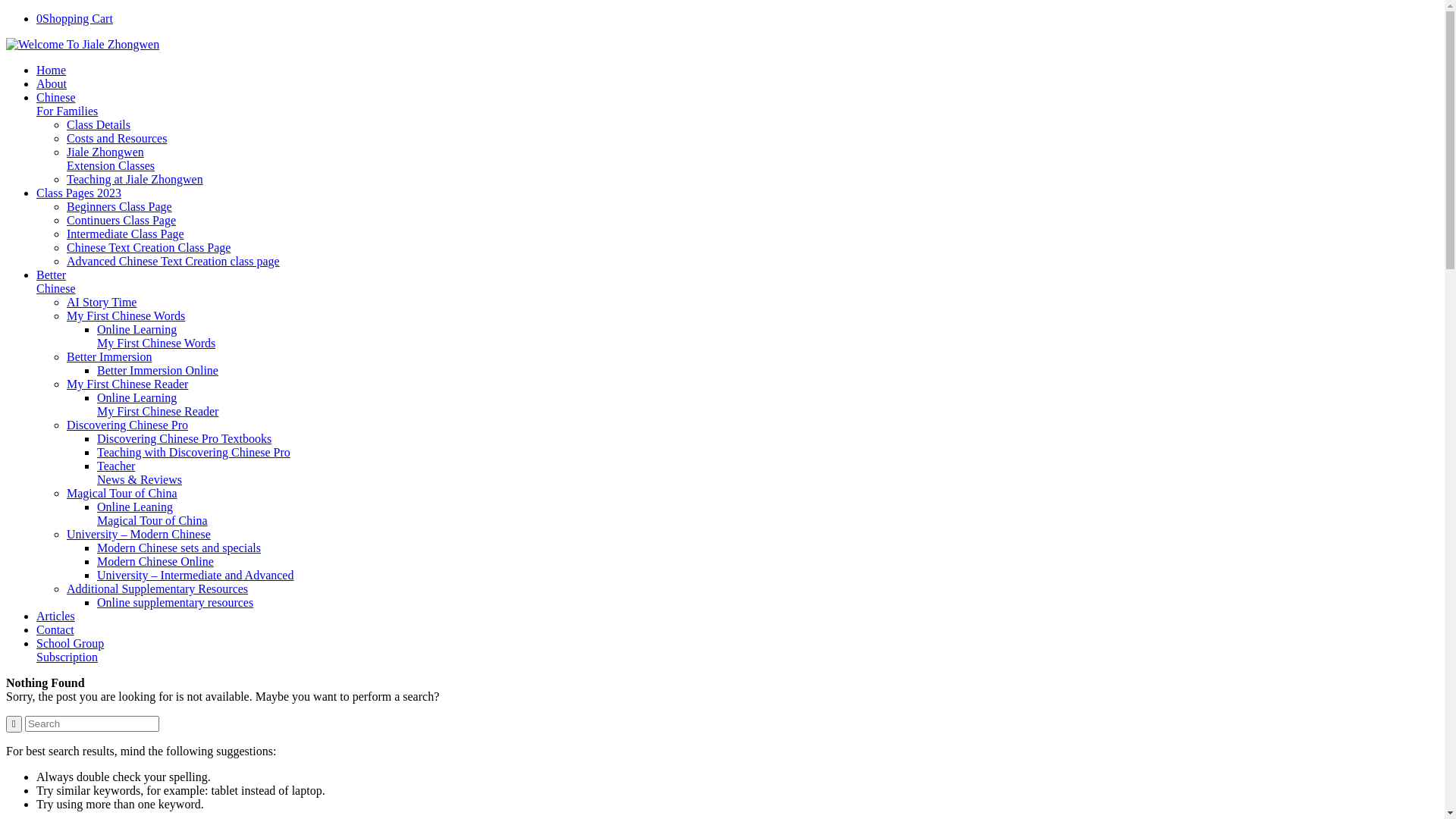  Describe the element at coordinates (184, 438) in the screenshot. I see `'Discovering Chinese Pro Textbooks'` at that location.